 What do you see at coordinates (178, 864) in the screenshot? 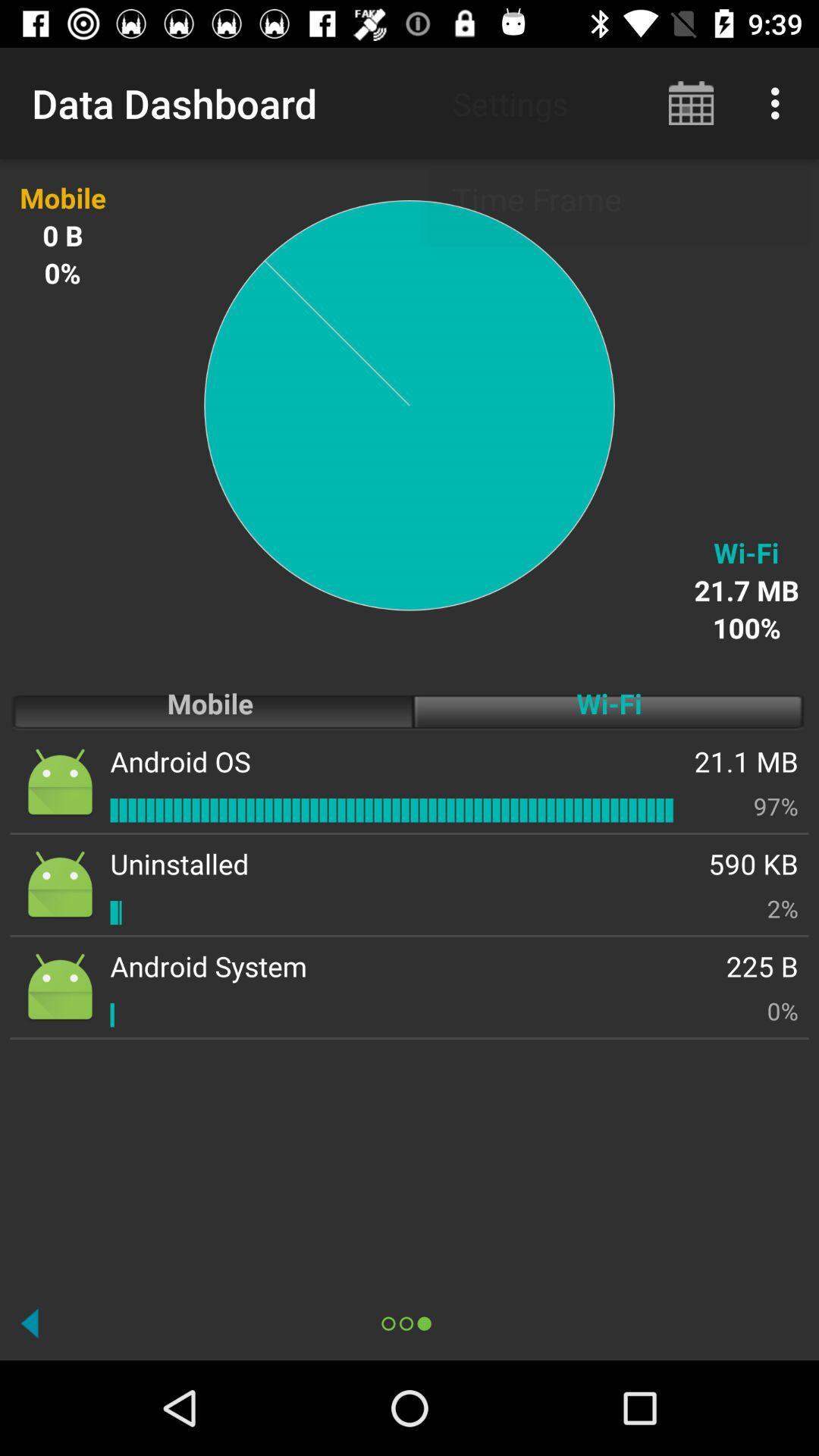
I see `the icon next to 590 kb app` at bounding box center [178, 864].